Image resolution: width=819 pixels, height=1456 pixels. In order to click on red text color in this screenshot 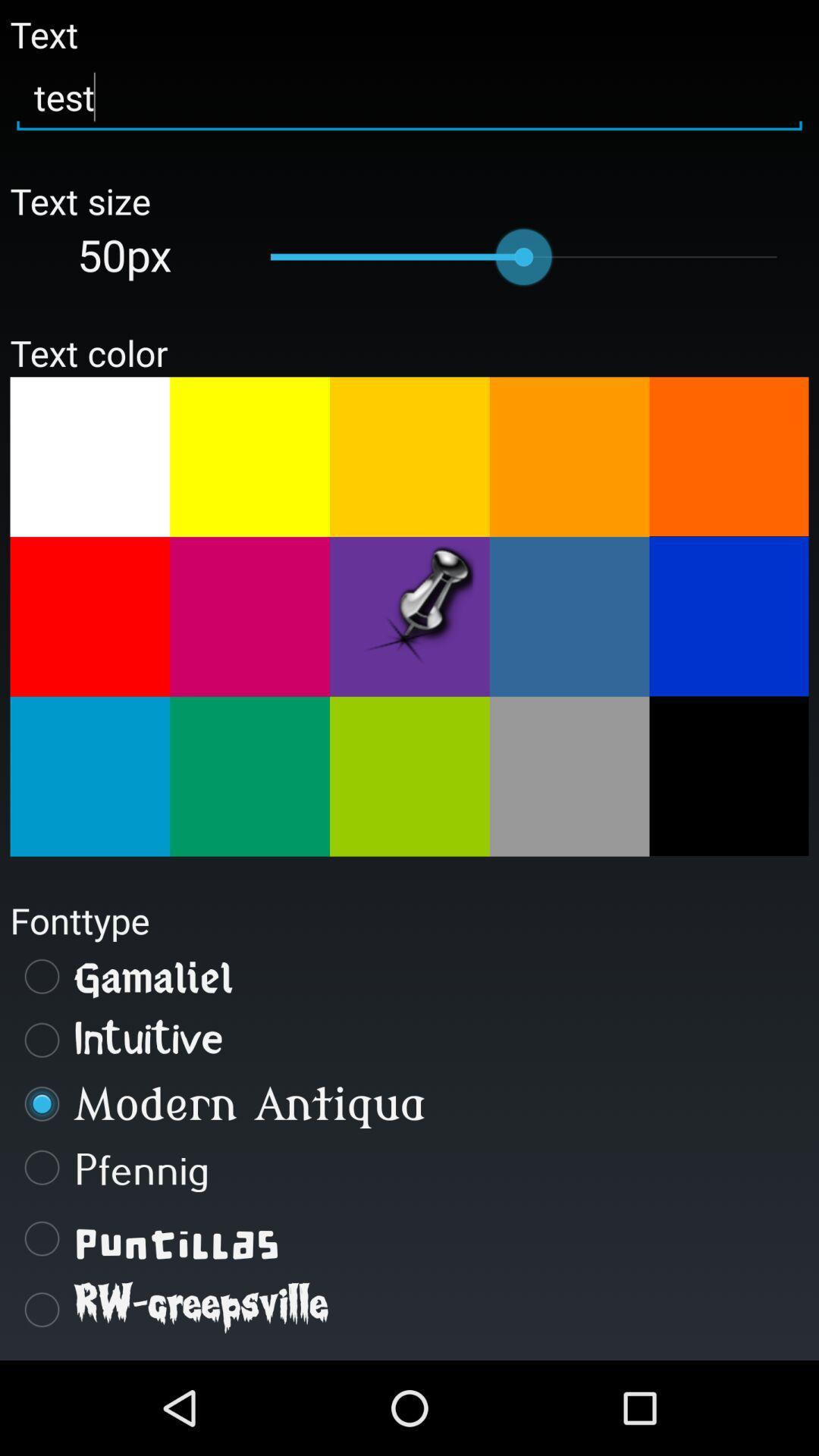, I will do `click(89, 617)`.